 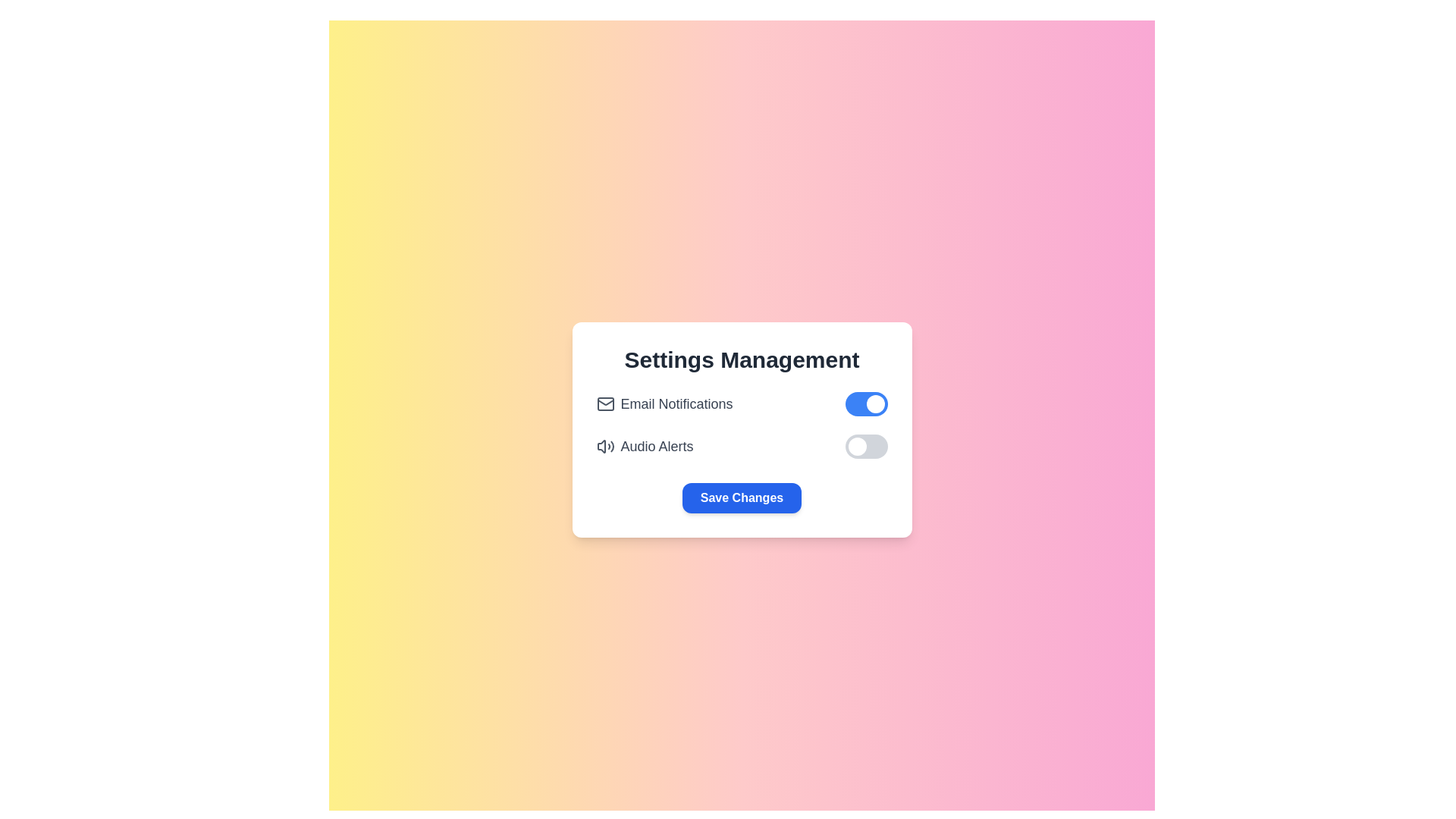 I want to click on the graphic element inside the mail envelope icon representing 'Email Notifications', located at the leftmost position in the row, so click(x=604, y=403).